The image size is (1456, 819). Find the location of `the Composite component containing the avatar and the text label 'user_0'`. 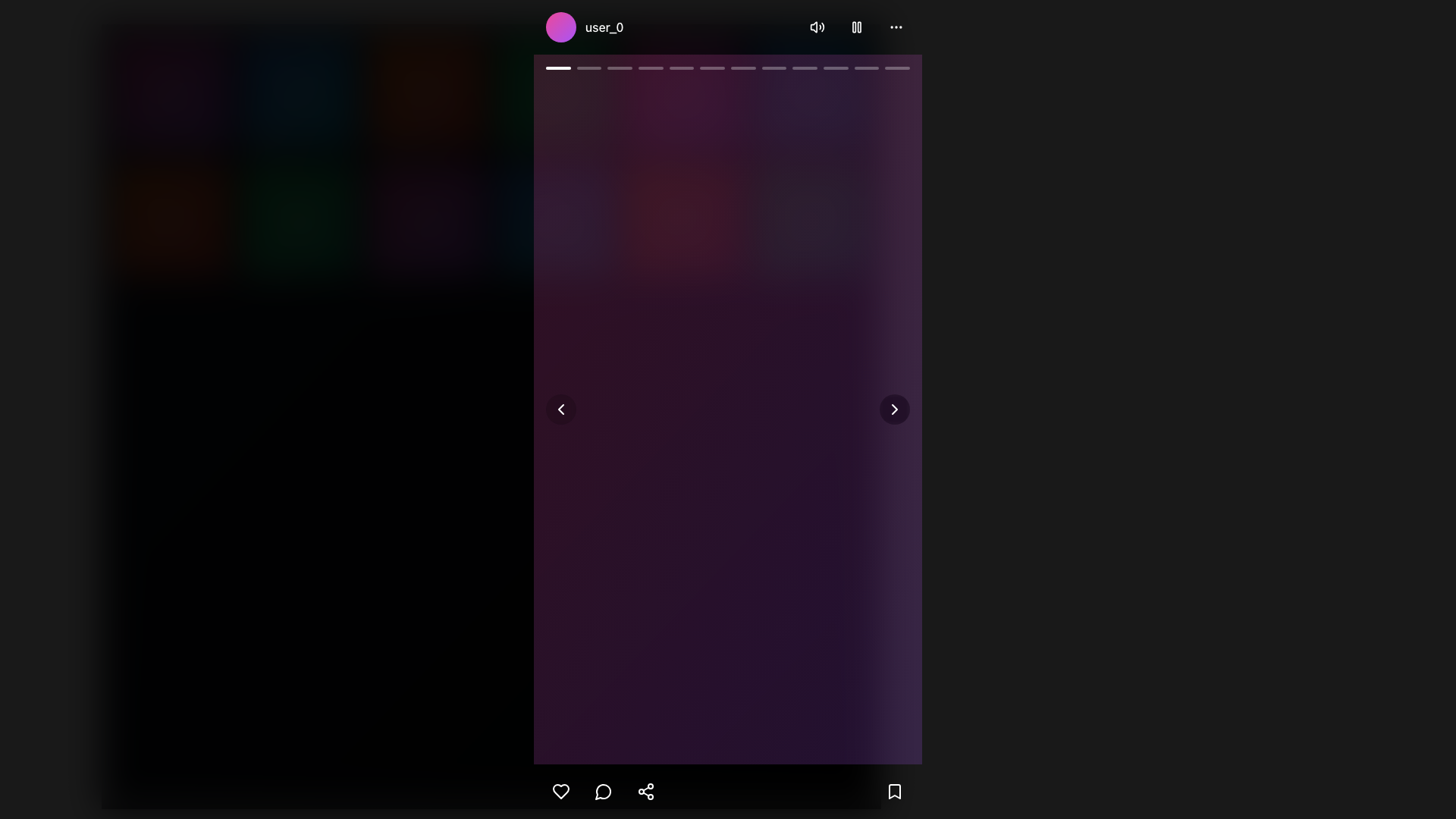

the Composite component containing the avatar and the text label 'user_0' is located at coordinates (584, 27).